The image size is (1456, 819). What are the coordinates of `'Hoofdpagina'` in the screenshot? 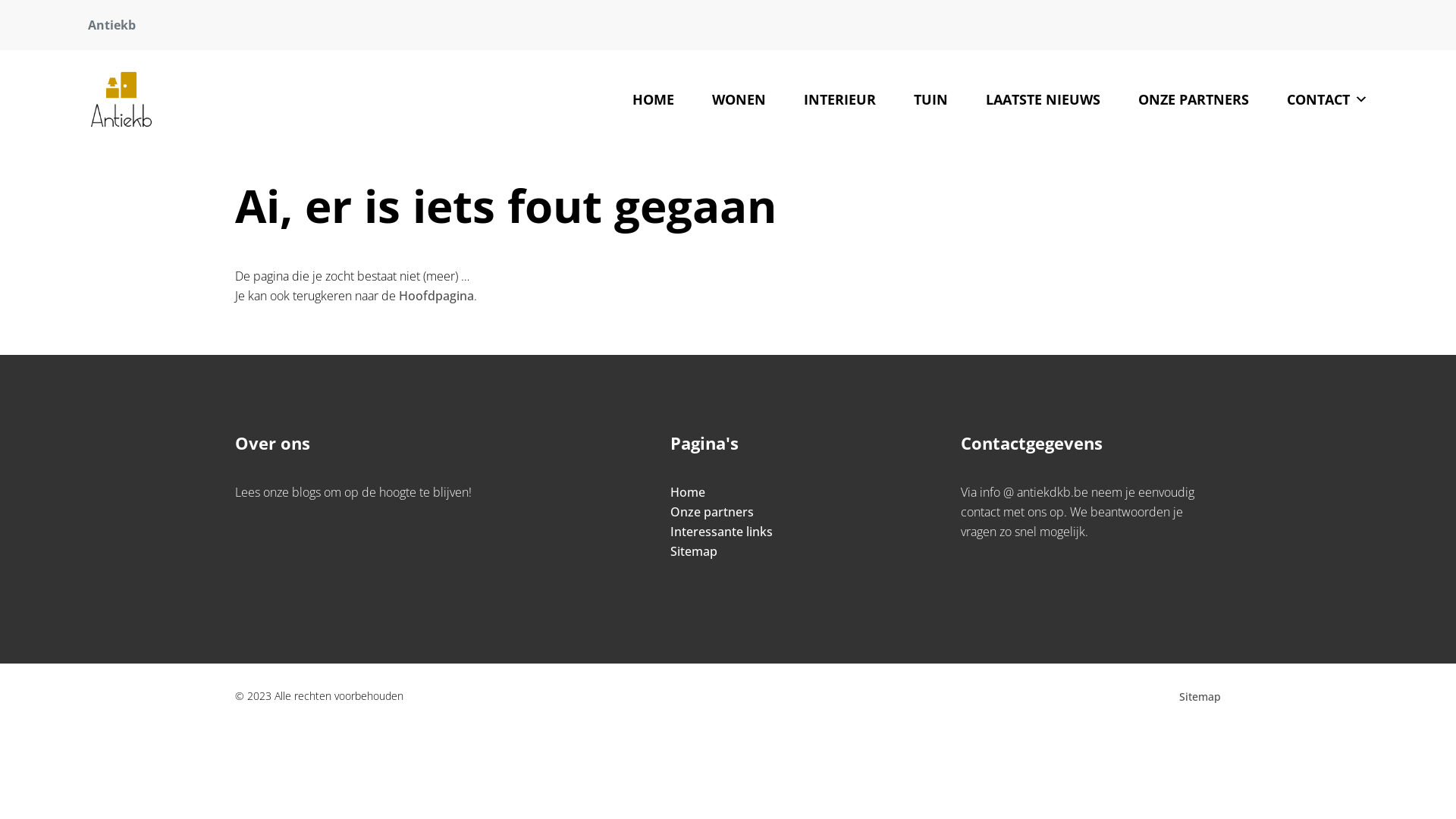 It's located at (435, 295).